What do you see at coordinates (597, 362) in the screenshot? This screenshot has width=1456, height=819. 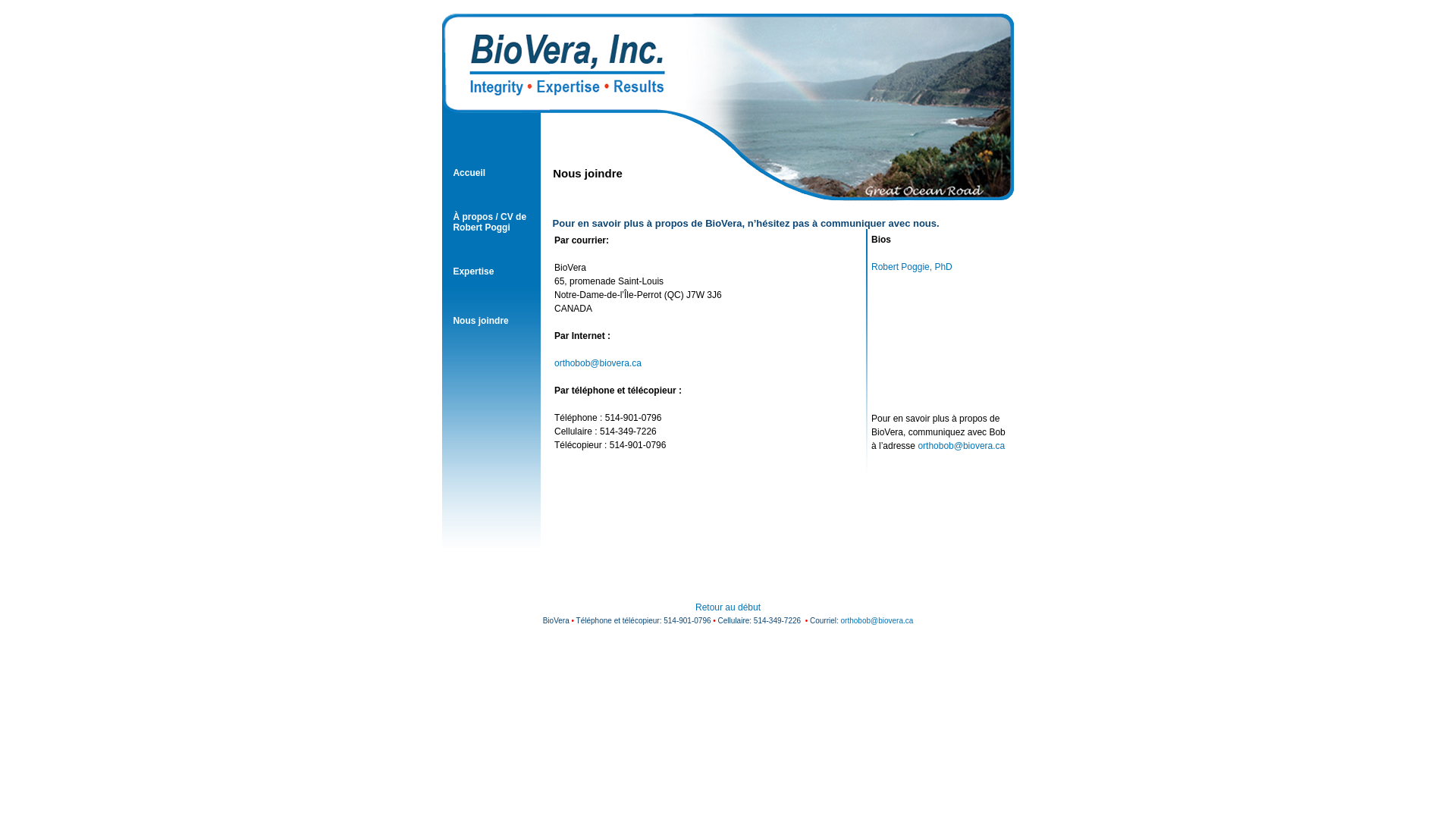 I see `'orthobob@biovera.ca'` at bounding box center [597, 362].